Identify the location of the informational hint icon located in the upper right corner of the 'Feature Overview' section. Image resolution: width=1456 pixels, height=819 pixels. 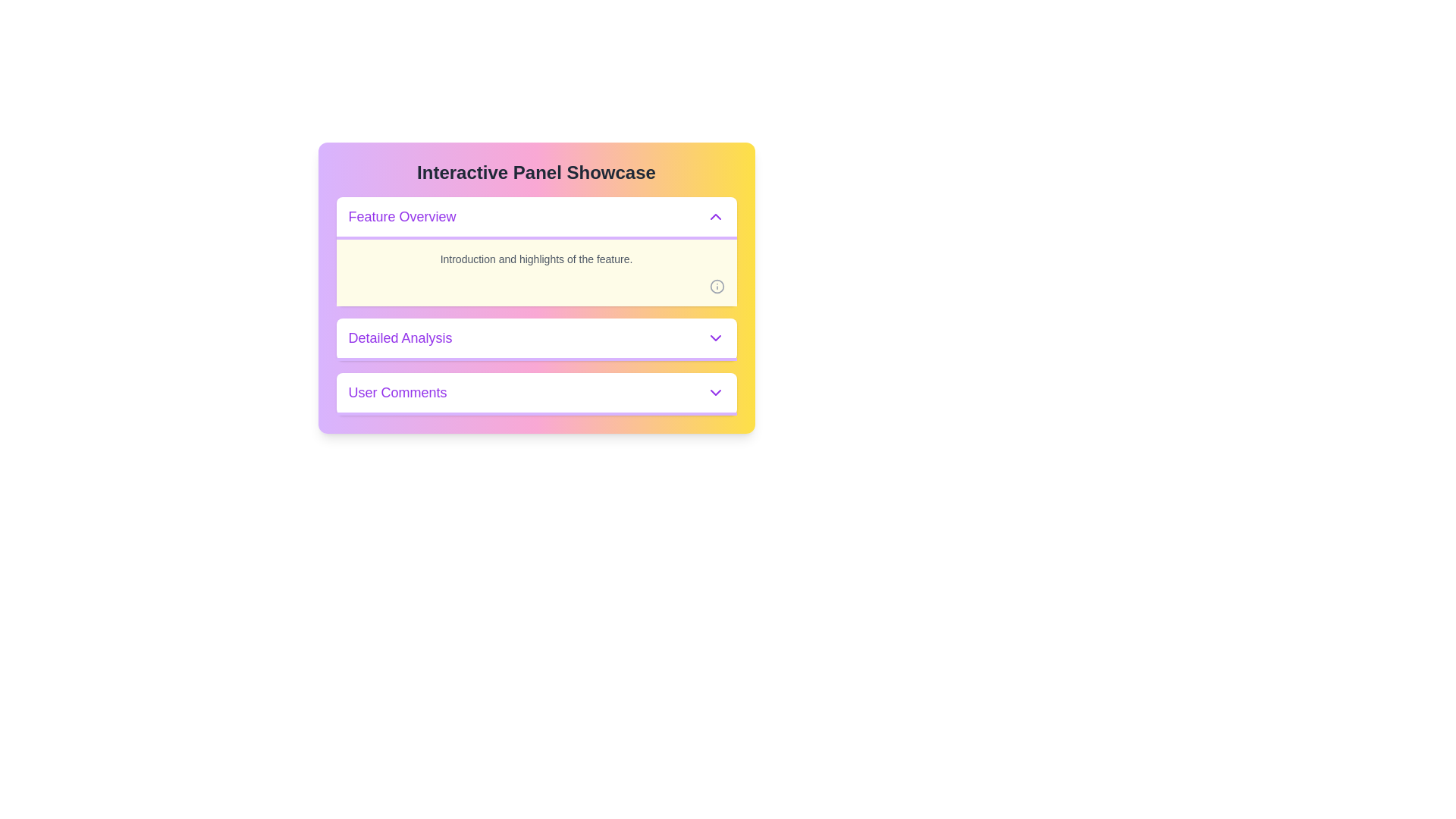
(716, 287).